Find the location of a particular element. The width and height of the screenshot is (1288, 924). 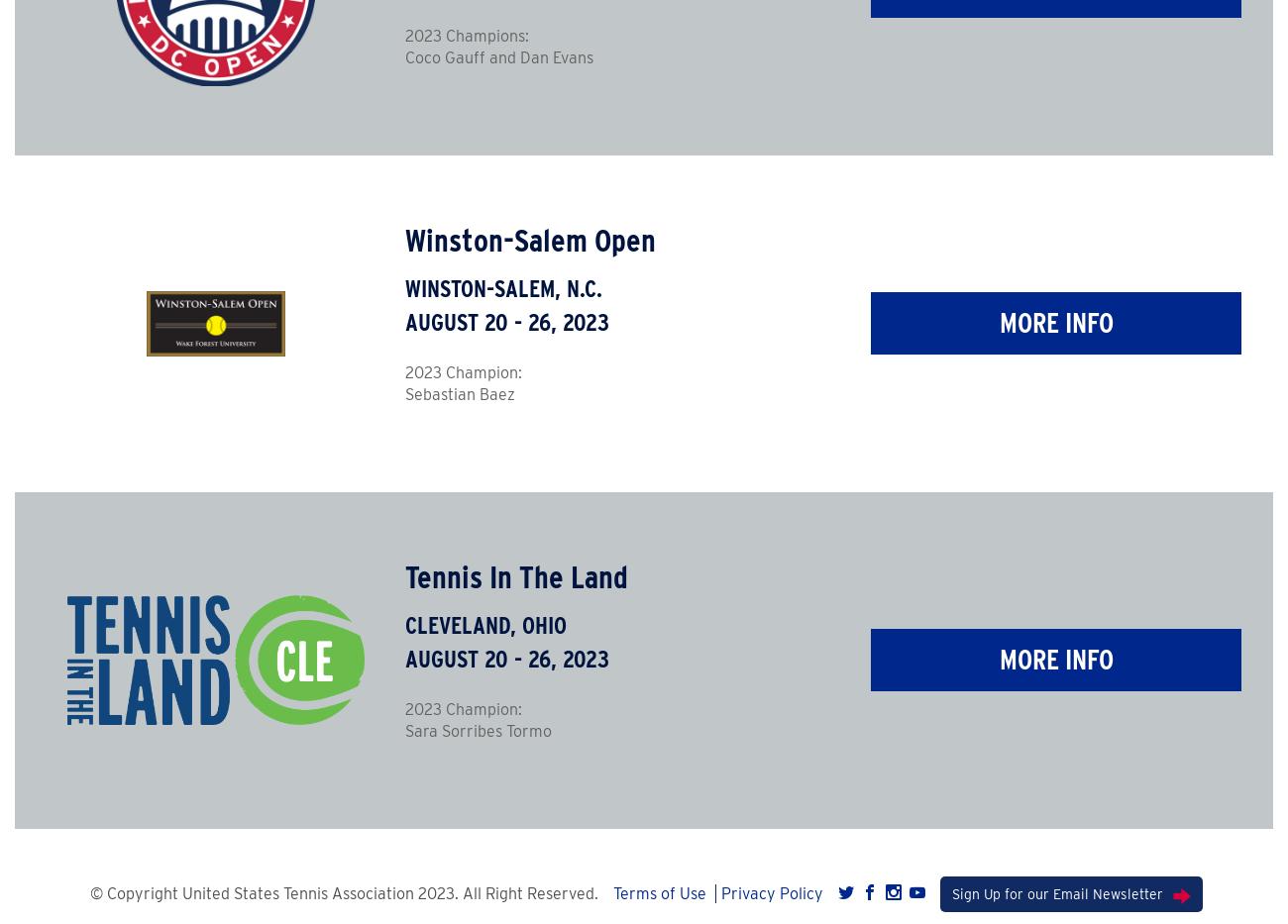

'Sara Sorribes Tormo' is located at coordinates (477, 730).